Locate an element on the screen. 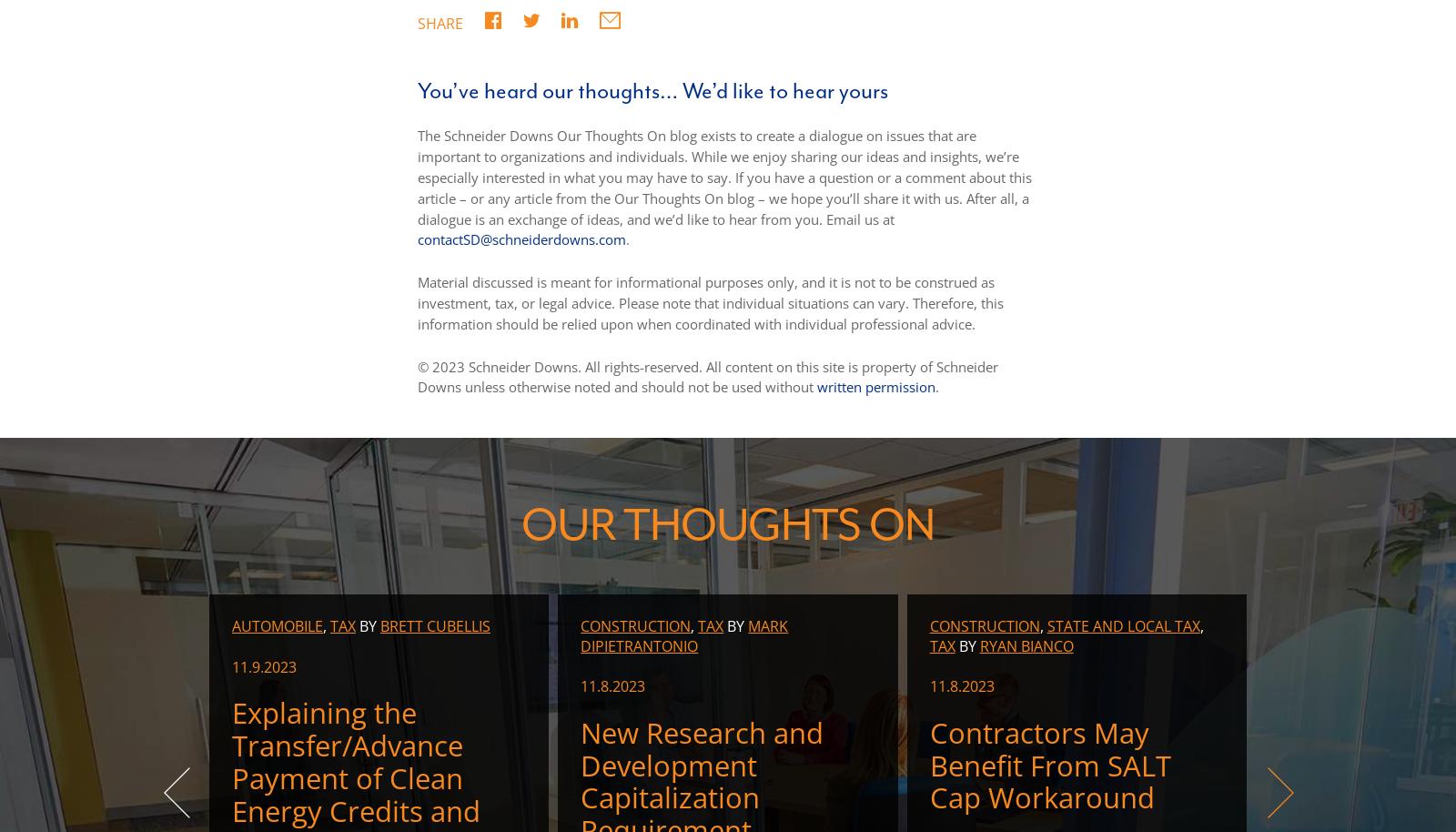  'Energy & Resources' is located at coordinates (1355, 624).